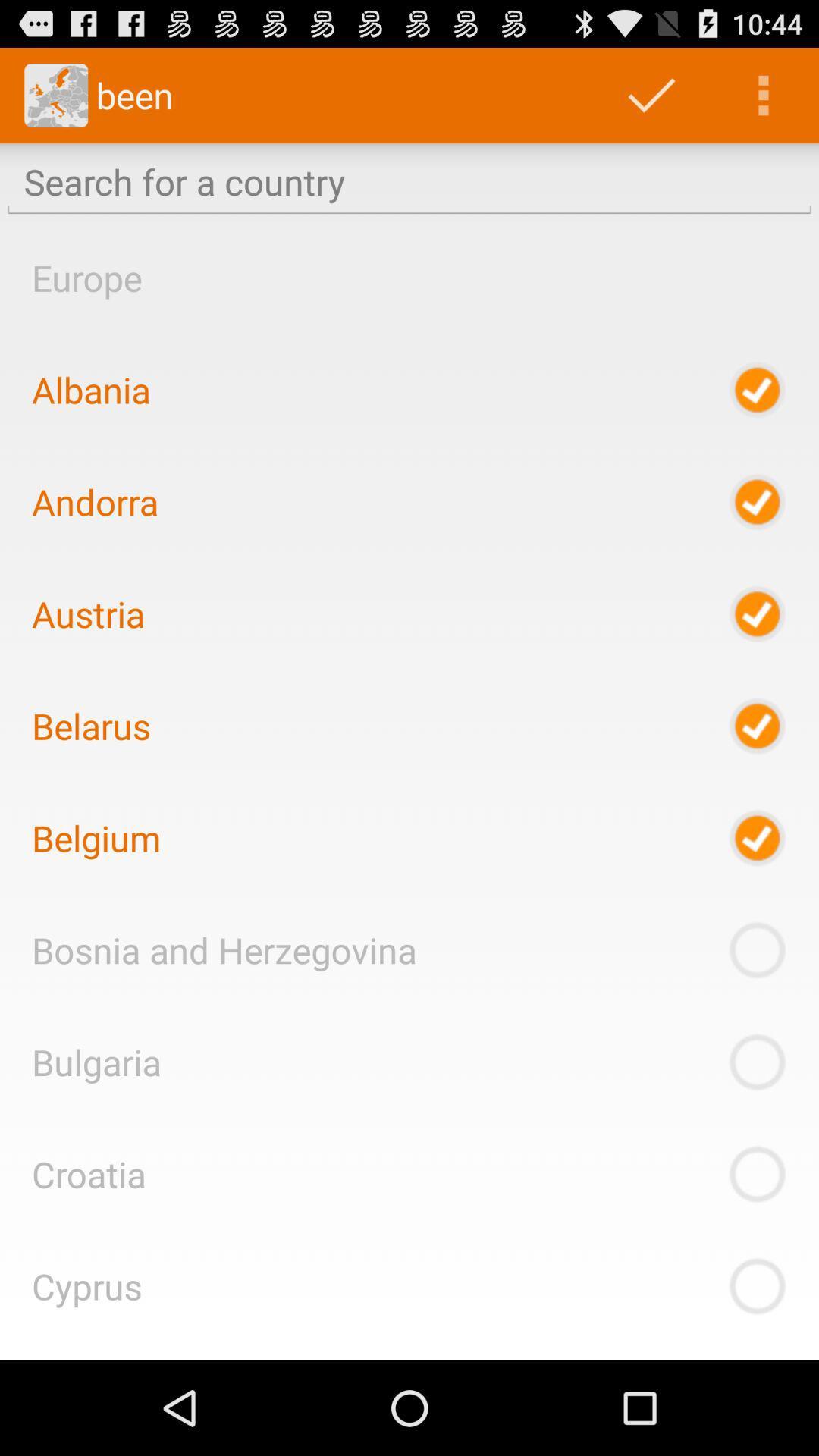 The height and width of the screenshot is (1456, 819). Describe the element at coordinates (91, 725) in the screenshot. I see `belarus item` at that location.